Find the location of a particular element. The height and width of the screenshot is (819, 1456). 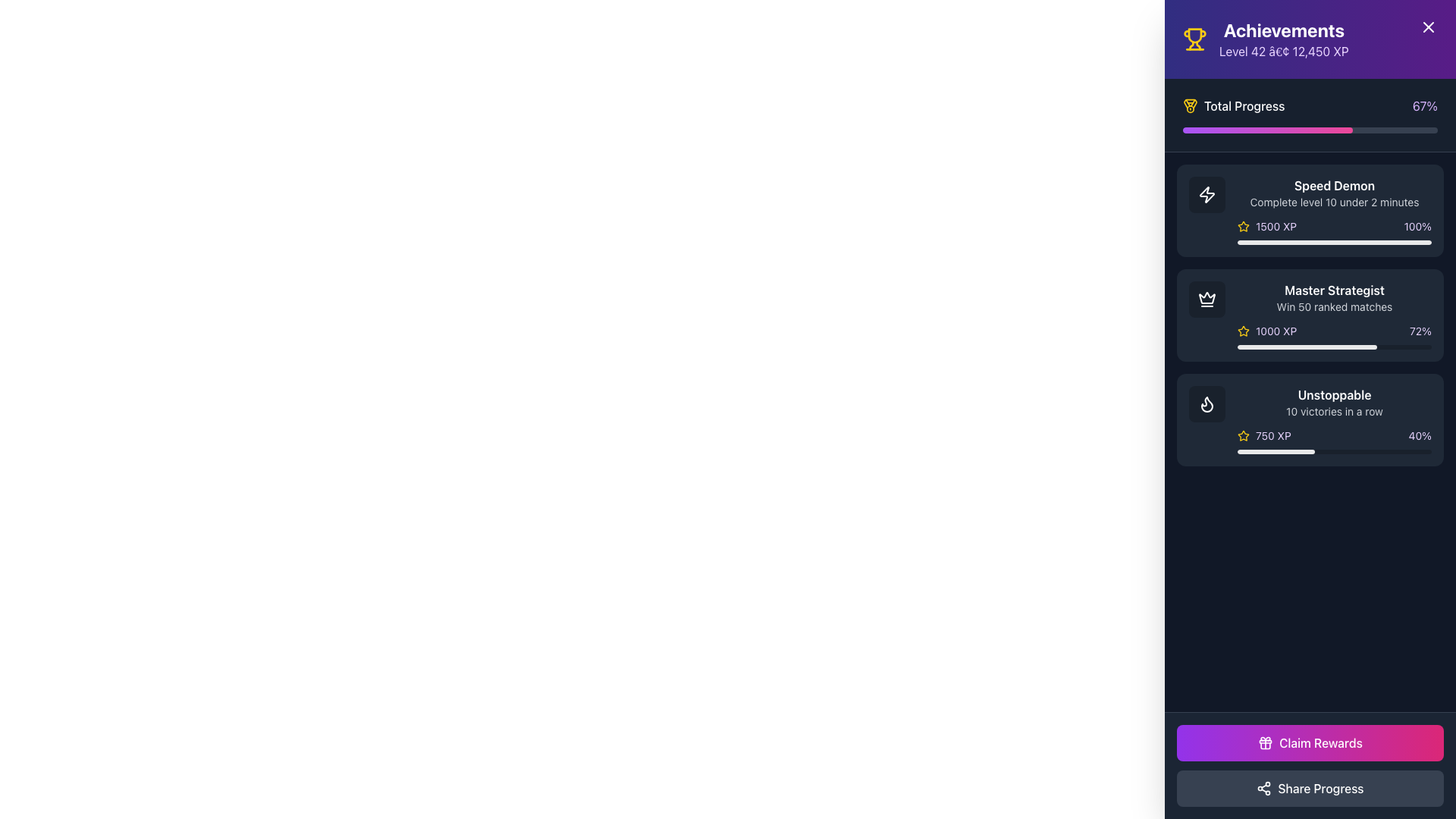

'Achievements' text label, which is displayed in bold and large sans-serif font, in white over a solid purple background, located at the top center of the interface is located at coordinates (1283, 30).